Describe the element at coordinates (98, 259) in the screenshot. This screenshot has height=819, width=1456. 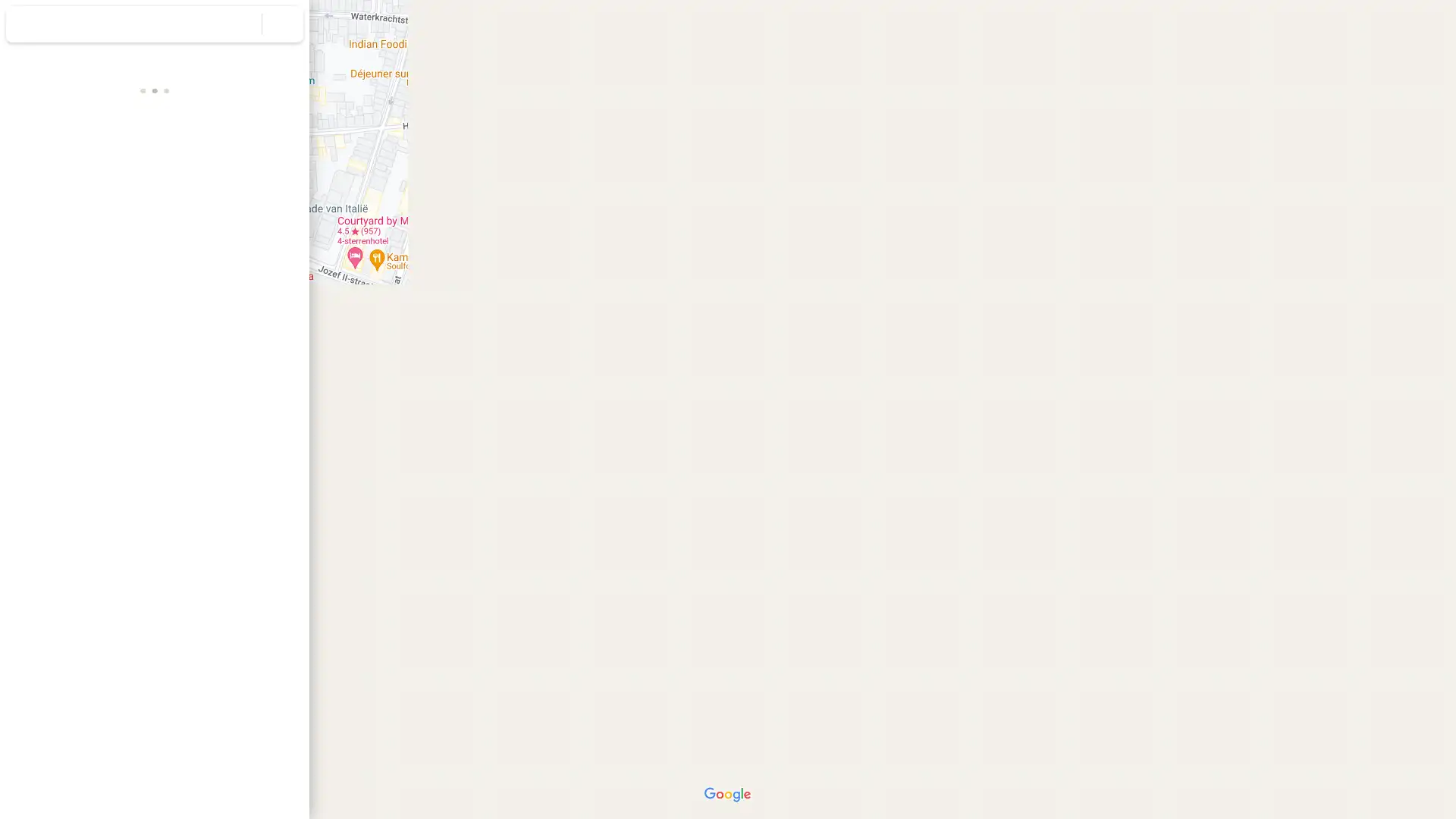
I see `Drukpersstraat 35 opslaan in je lijsten` at that location.